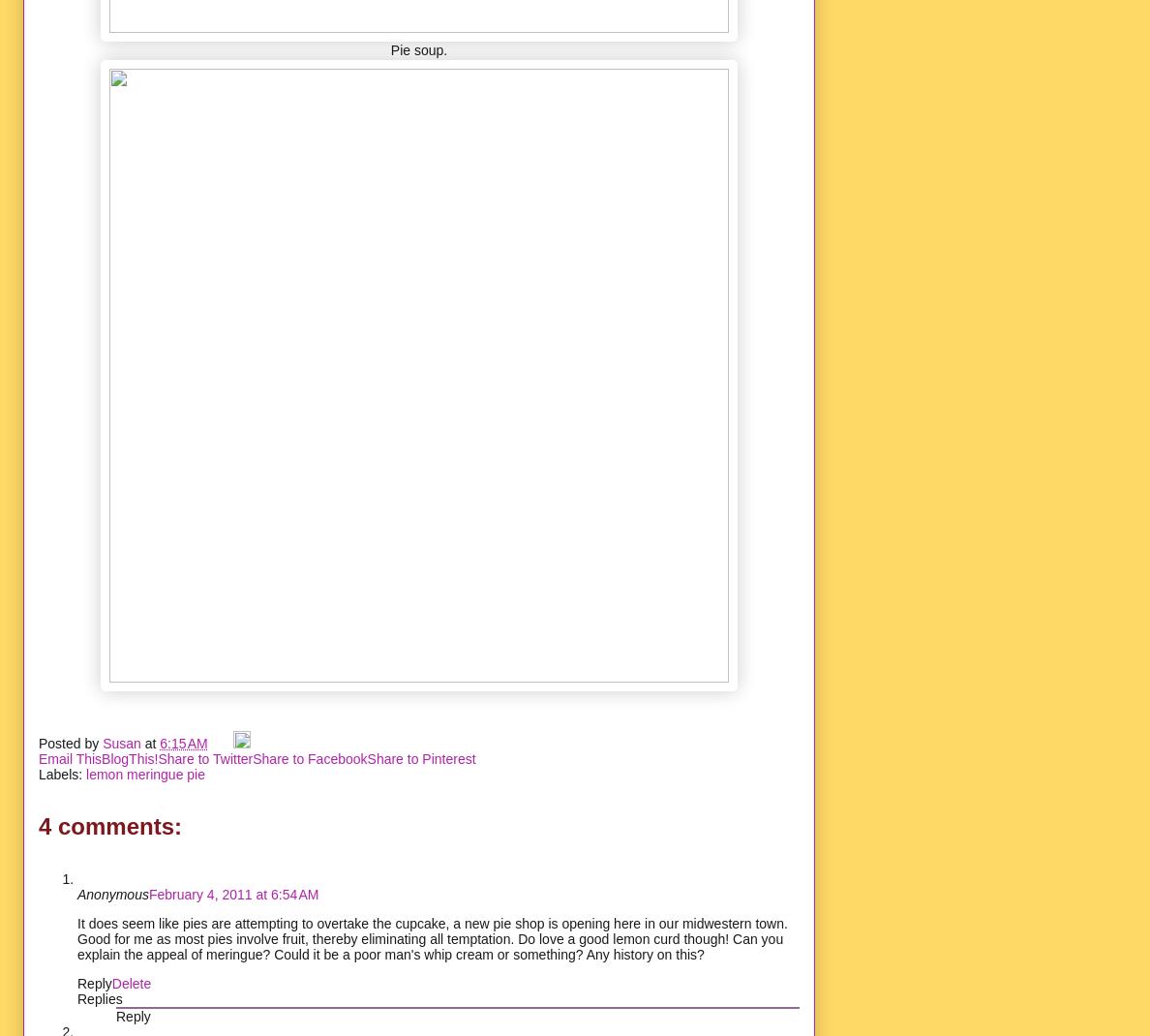  Describe the element at coordinates (101, 743) in the screenshot. I see `'Susan'` at that location.